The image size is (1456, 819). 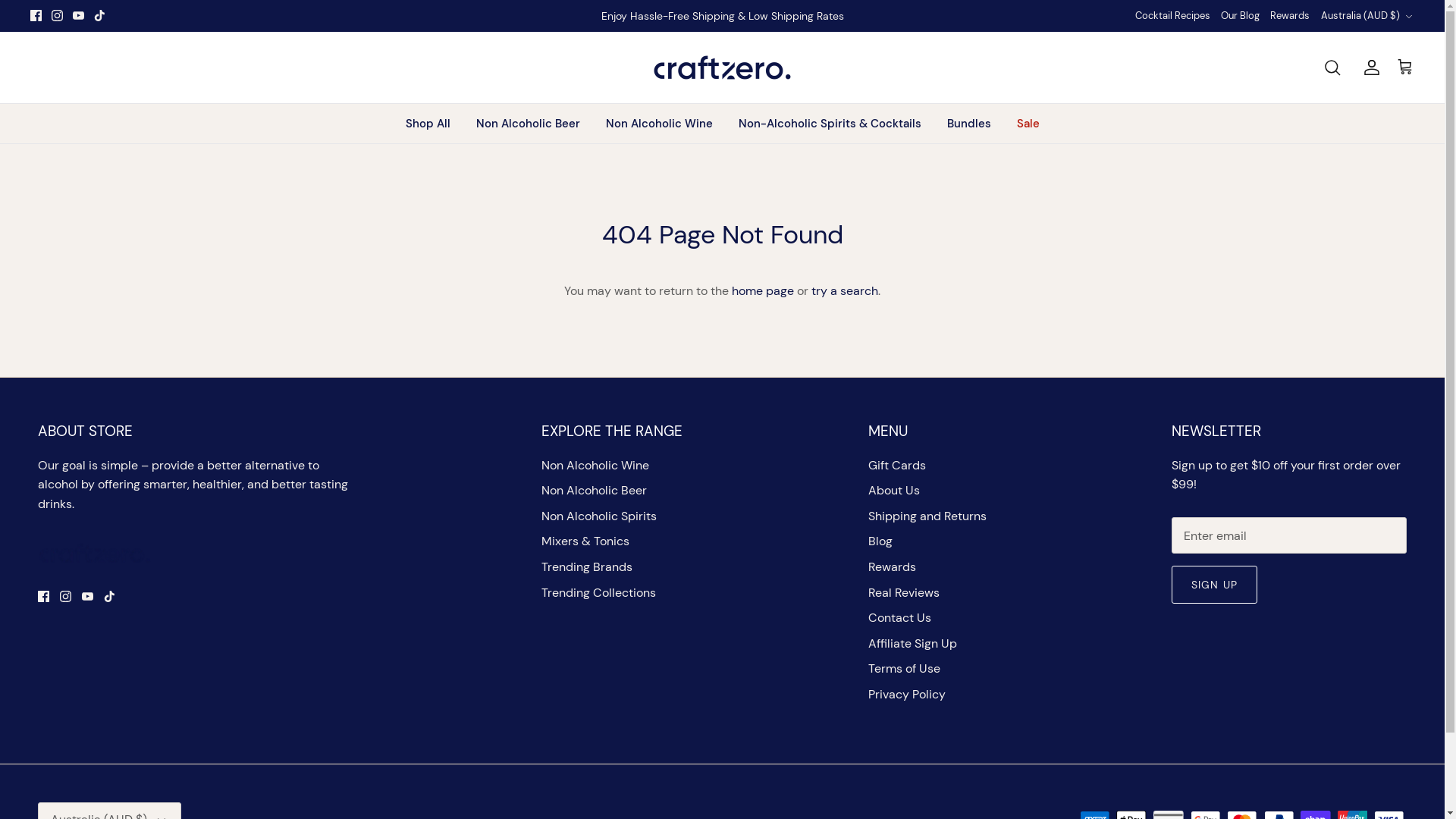 What do you see at coordinates (1220, 16) in the screenshot?
I see `'Our Blog'` at bounding box center [1220, 16].